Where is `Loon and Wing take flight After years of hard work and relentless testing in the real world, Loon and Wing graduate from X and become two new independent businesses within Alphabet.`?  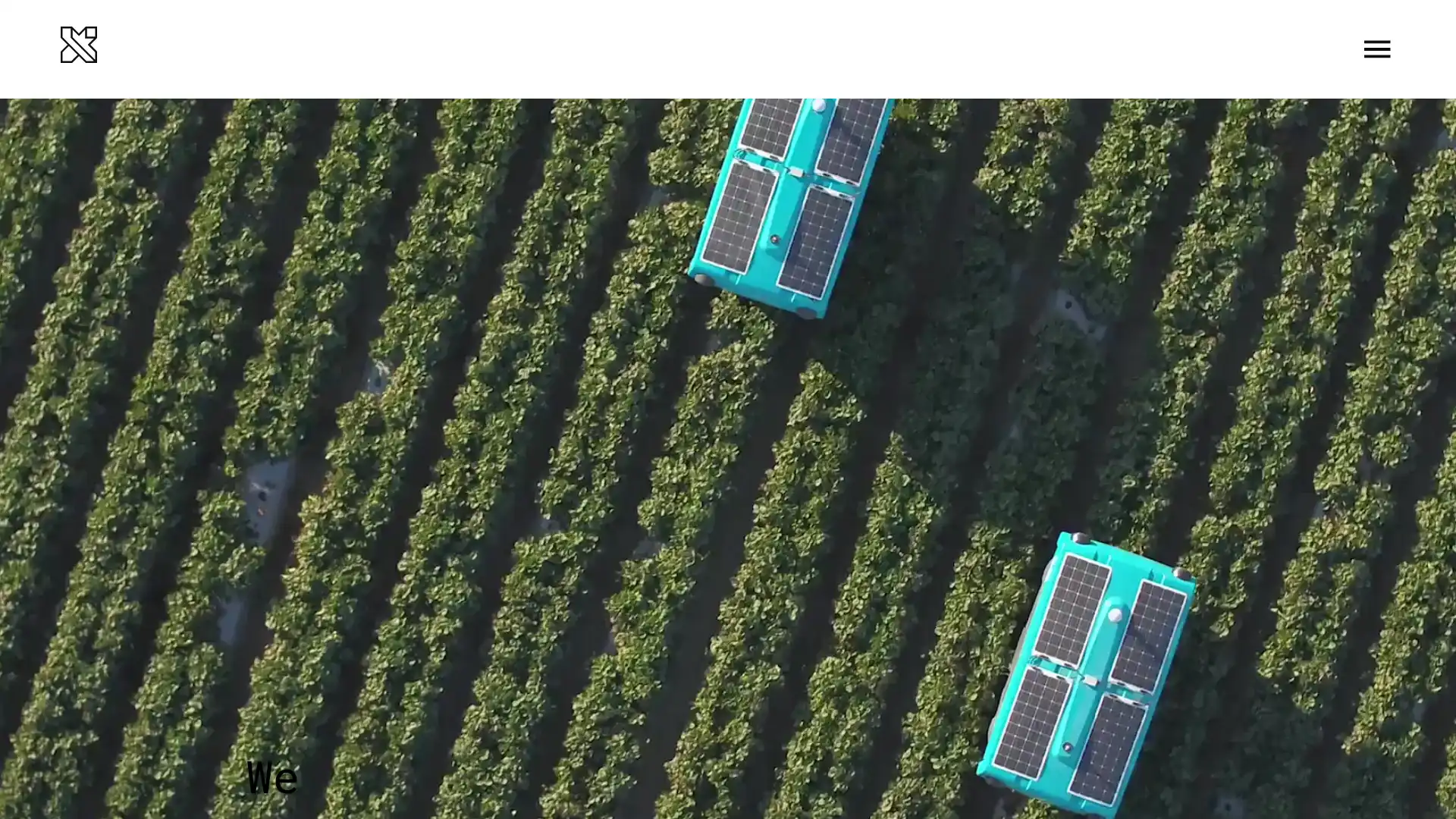 Loon and Wing take flight After years of hard work and relentless testing in the real world, Loon and Wing graduate from X and become two new independent businesses within Alphabet. is located at coordinates (768, 247).